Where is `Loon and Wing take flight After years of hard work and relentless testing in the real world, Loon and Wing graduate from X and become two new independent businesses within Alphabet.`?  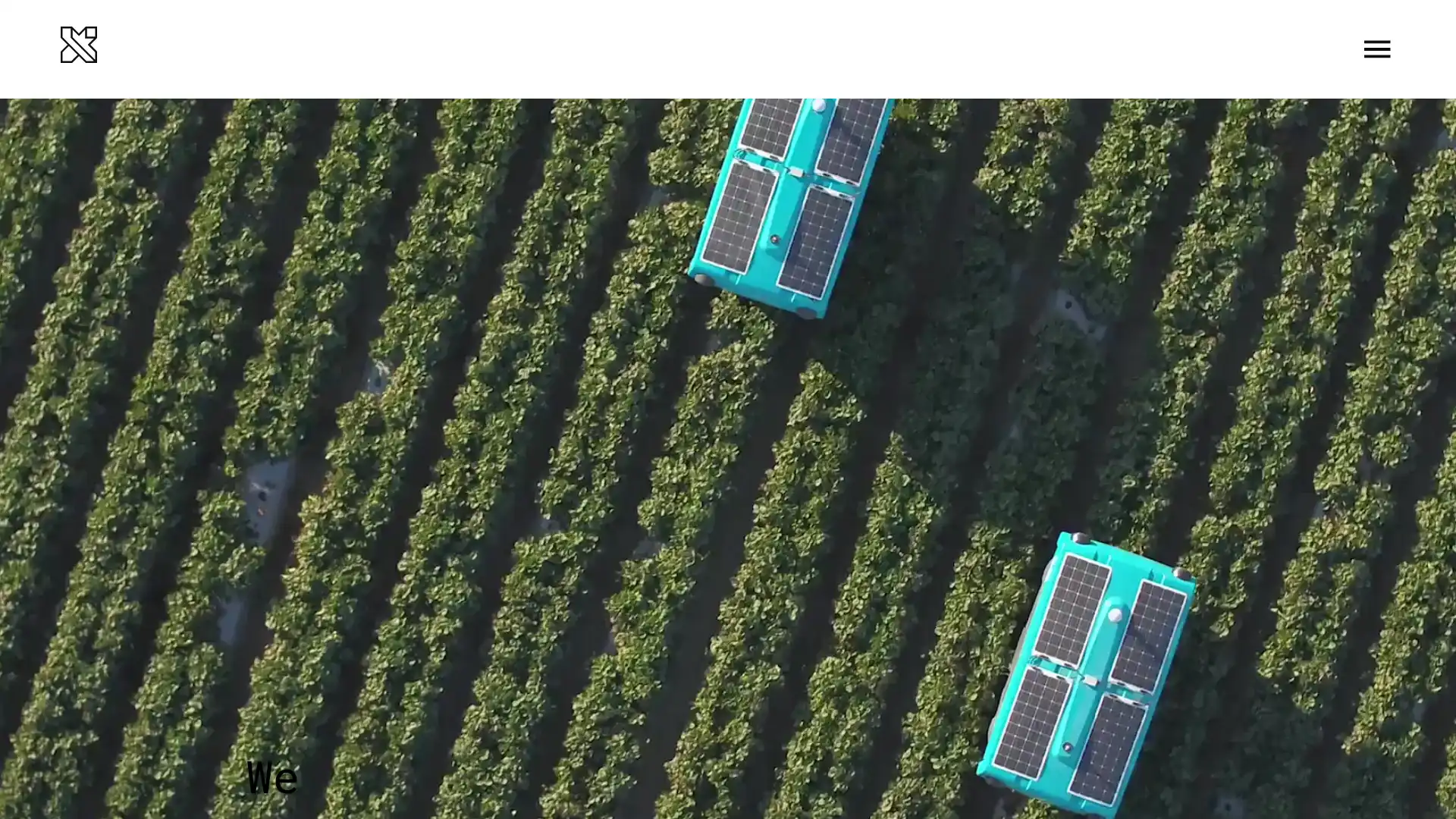 Loon and Wing take flight After years of hard work and relentless testing in the real world, Loon and Wing graduate from X and become two new independent businesses within Alphabet. is located at coordinates (768, 247).